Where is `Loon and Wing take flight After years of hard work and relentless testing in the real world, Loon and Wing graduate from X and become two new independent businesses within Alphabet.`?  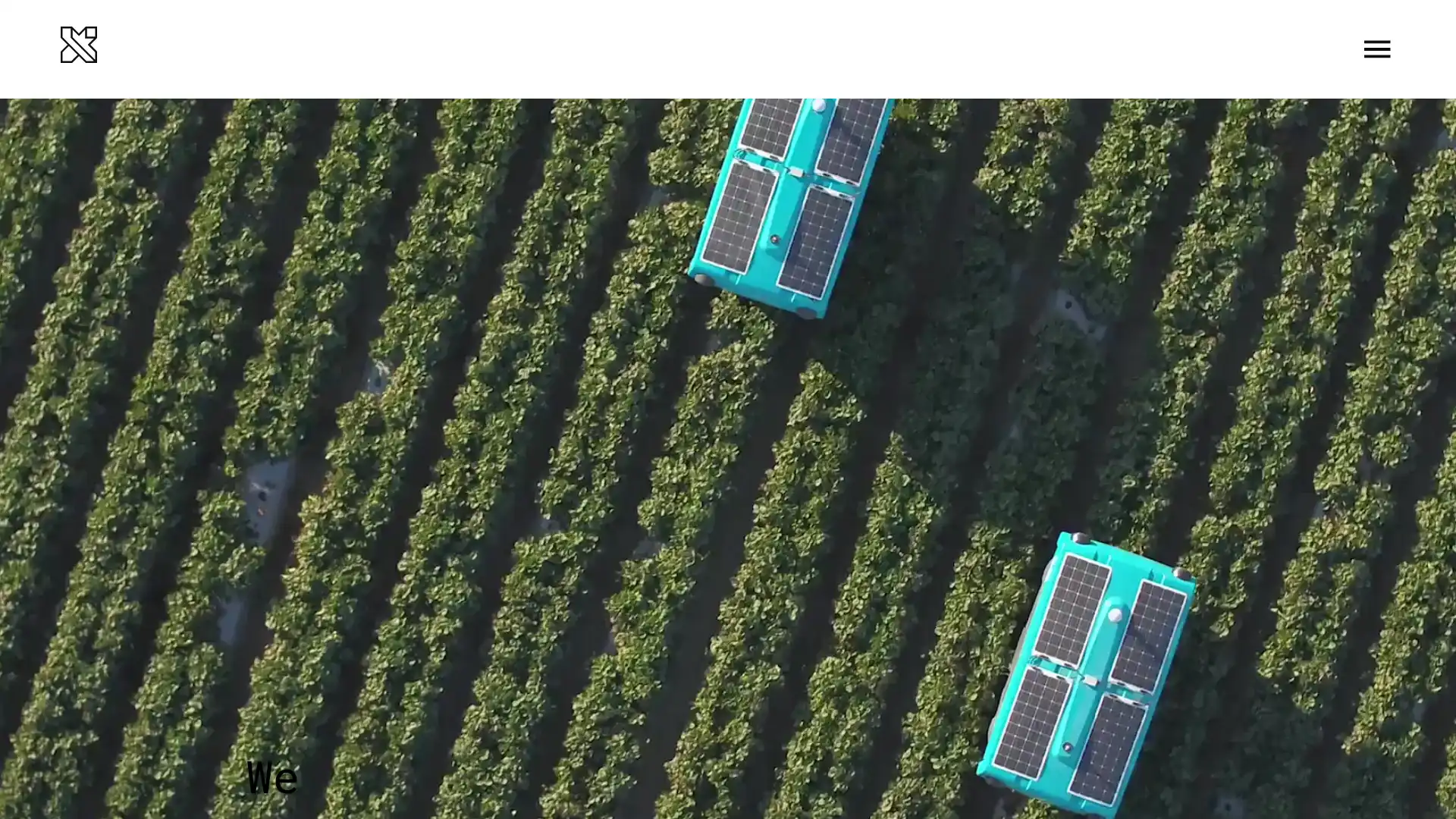 Loon and Wing take flight After years of hard work and relentless testing in the real world, Loon and Wing graduate from X and become two new independent businesses within Alphabet. is located at coordinates (768, 247).